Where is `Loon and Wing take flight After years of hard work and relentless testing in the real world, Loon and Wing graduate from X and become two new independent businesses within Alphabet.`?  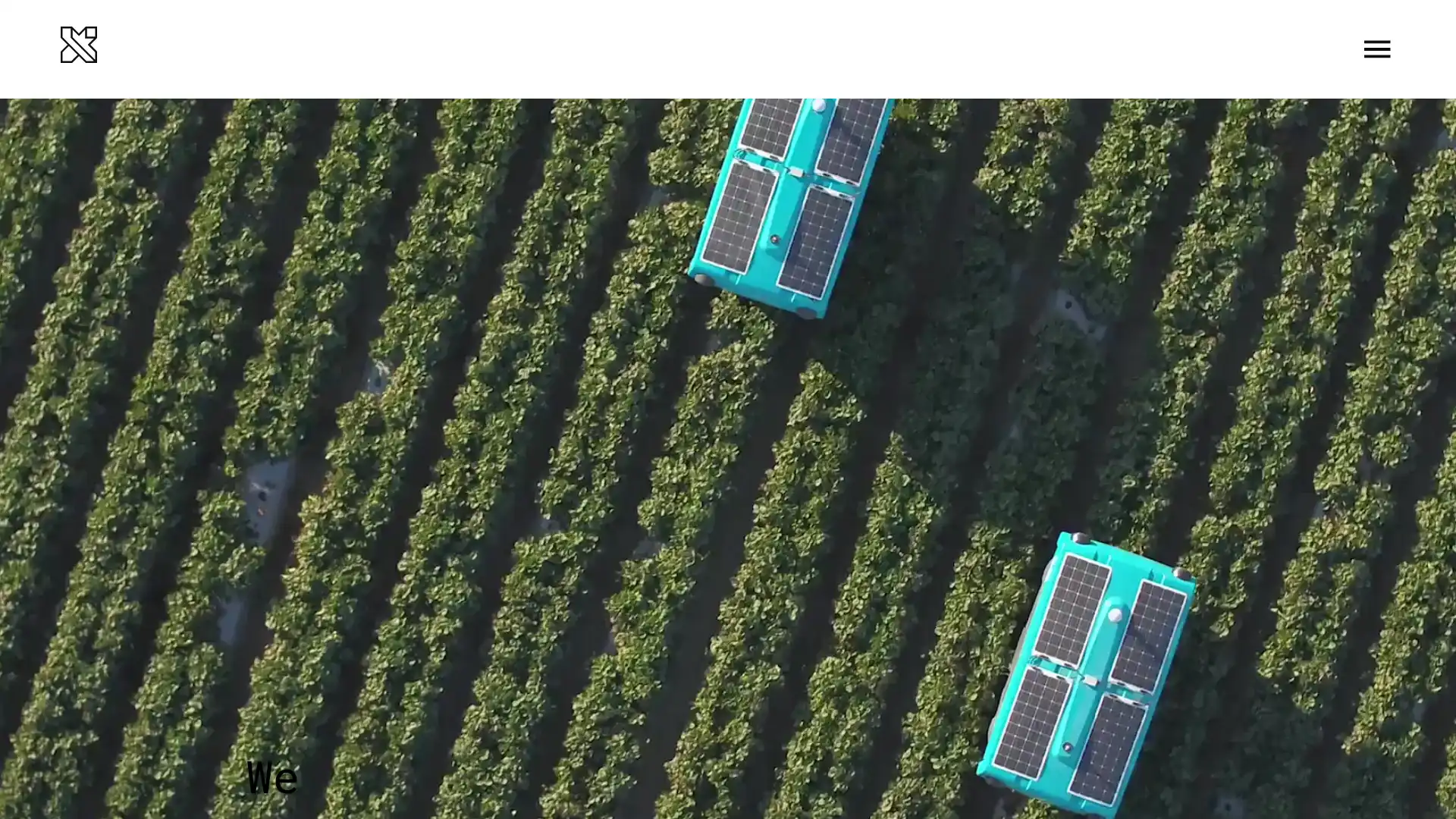 Loon and Wing take flight After years of hard work and relentless testing in the real world, Loon and Wing graduate from X and become two new independent businesses within Alphabet. is located at coordinates (768, 247).